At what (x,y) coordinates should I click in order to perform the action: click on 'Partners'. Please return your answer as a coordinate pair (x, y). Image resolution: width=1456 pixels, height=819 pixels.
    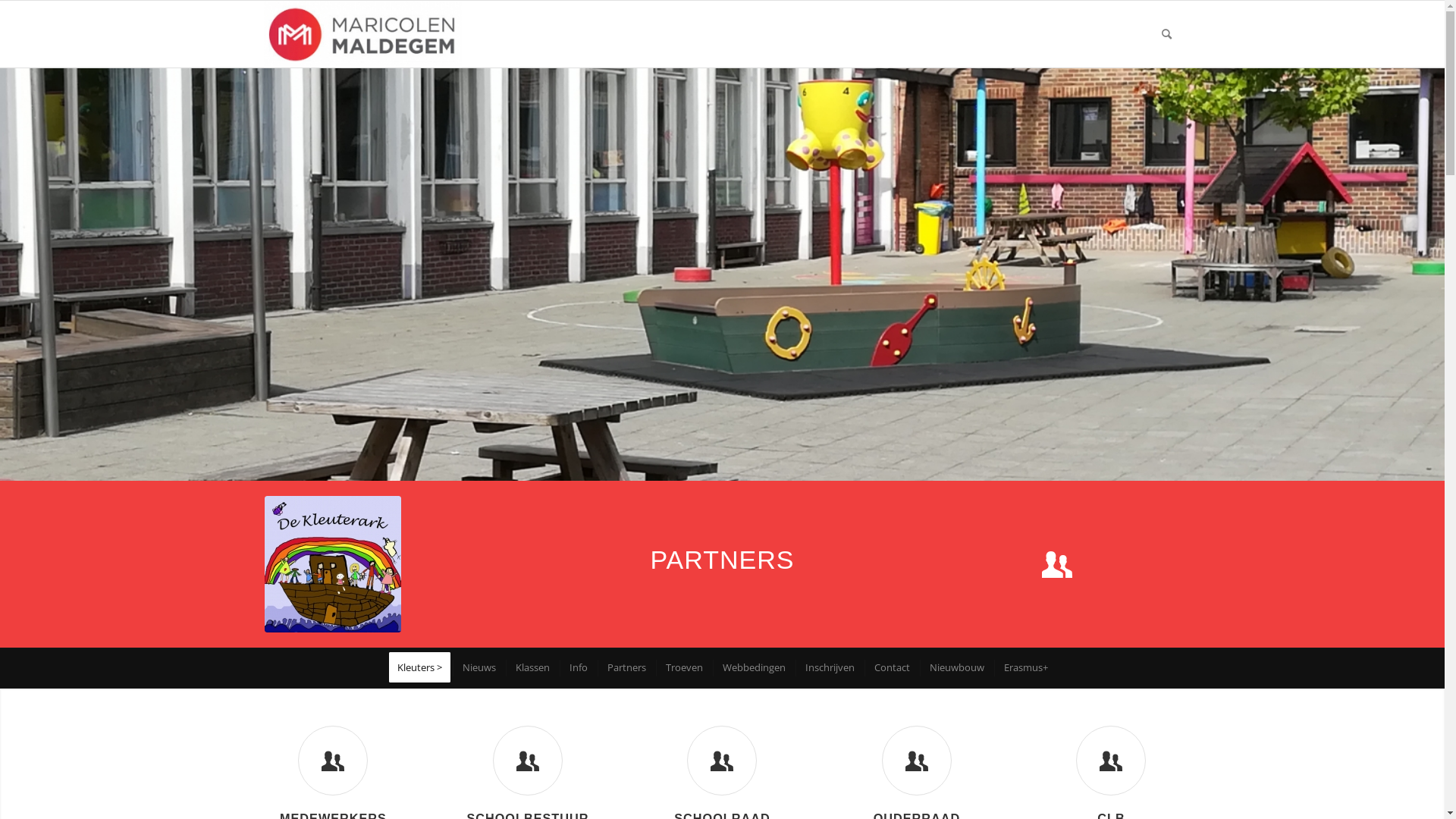
    Looking at the image, I should click on (596, 667).